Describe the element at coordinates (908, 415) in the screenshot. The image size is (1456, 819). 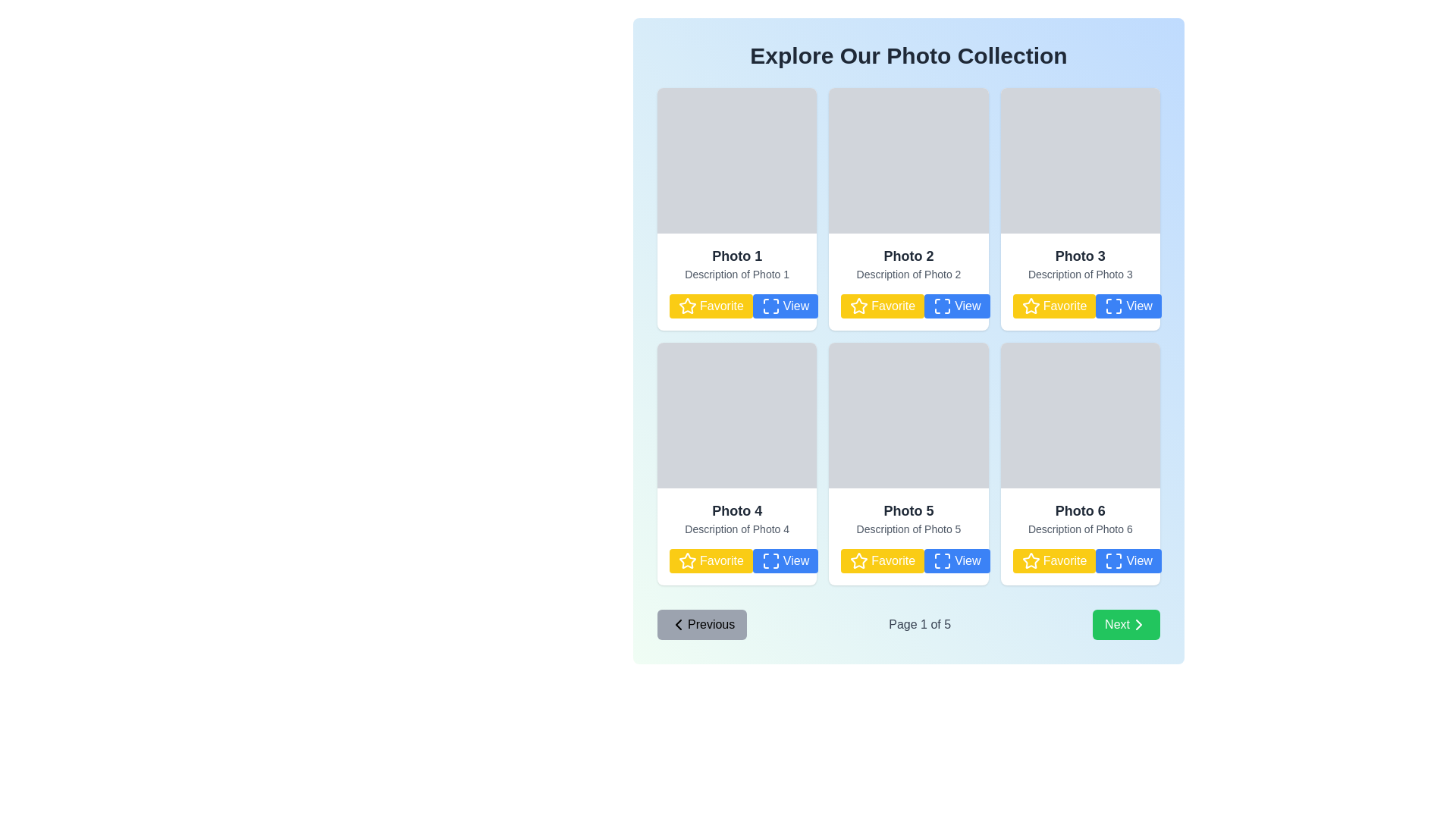
I see `the image placeholder element located in the upper section of the card labeled 'Photo 5', which has a gray background and rounded corners` at that location.